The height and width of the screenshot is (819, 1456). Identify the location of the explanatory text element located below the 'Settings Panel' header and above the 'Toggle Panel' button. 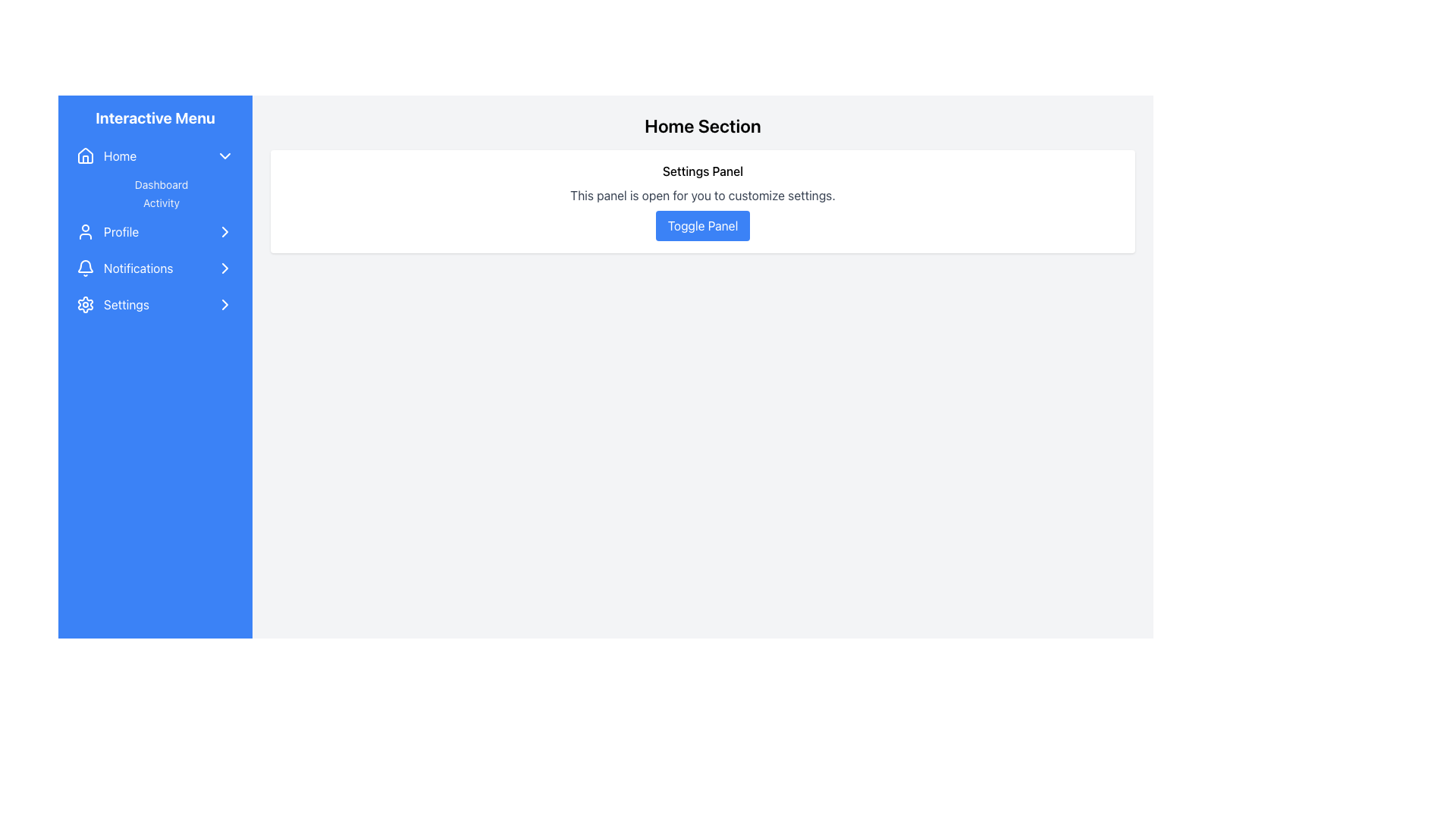
(701, 195).